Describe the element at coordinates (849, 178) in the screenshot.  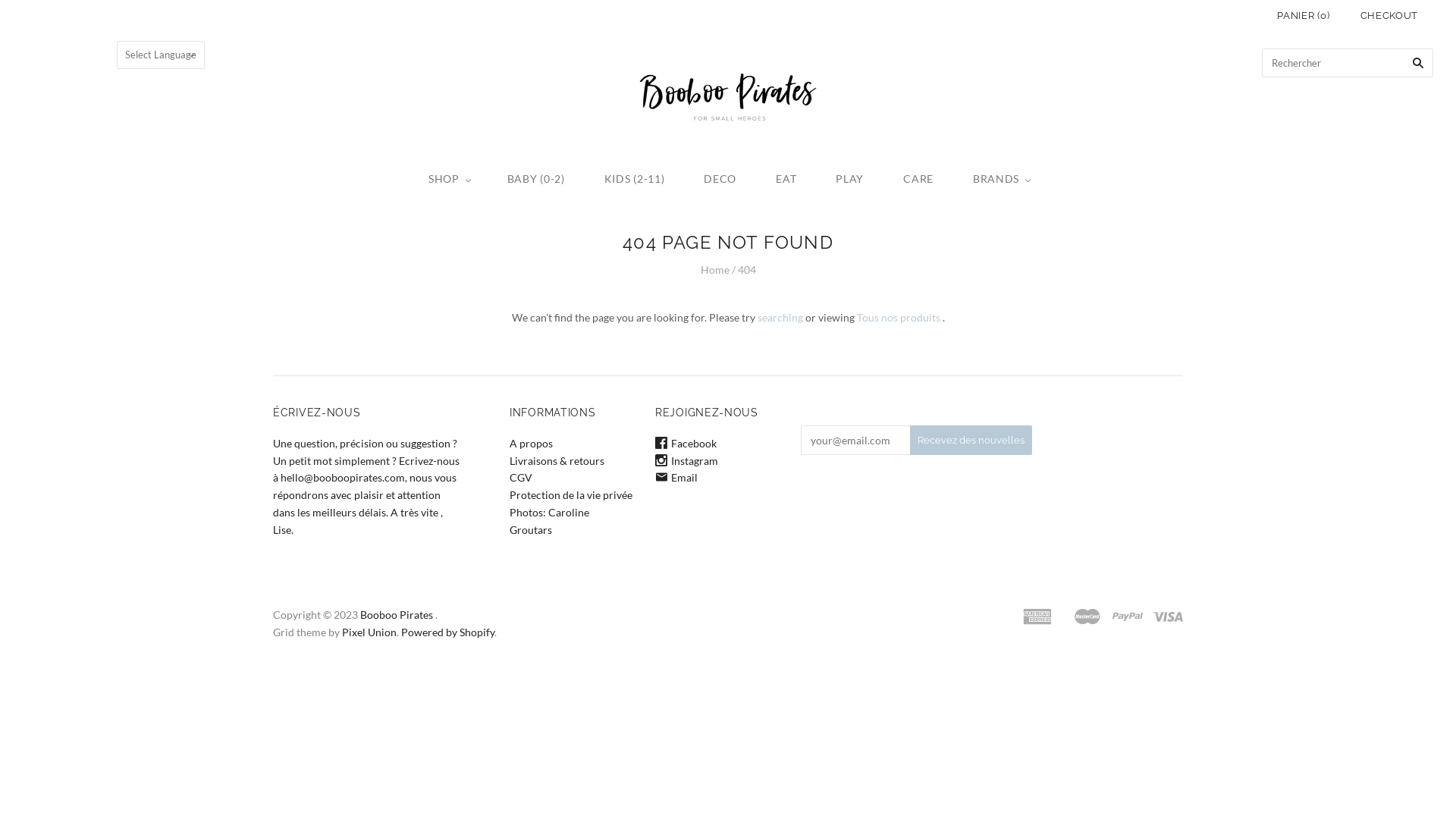
I see `'PLAY'` at that location.